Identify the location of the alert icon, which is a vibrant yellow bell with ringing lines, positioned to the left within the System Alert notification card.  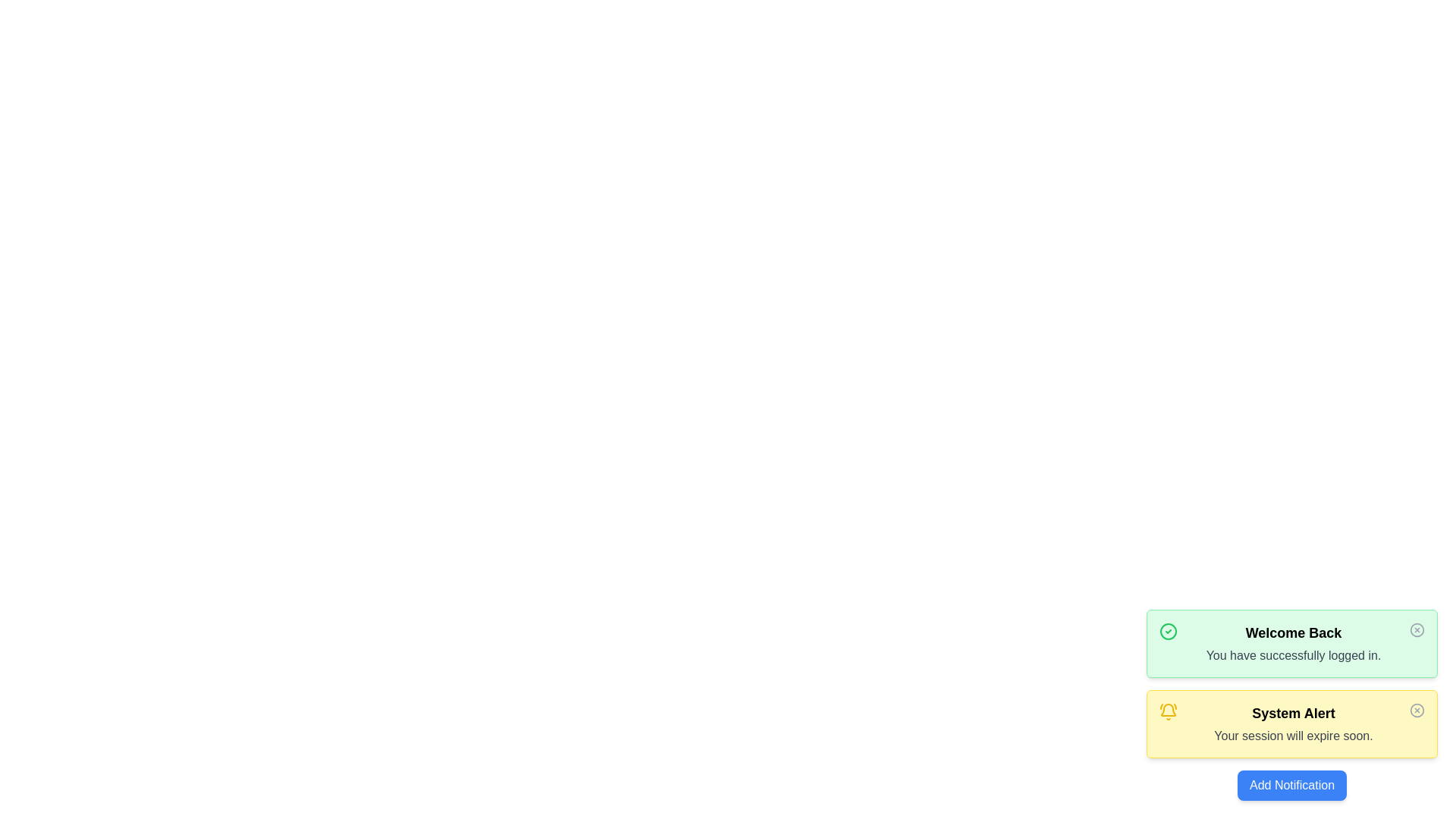
(1167, 711).